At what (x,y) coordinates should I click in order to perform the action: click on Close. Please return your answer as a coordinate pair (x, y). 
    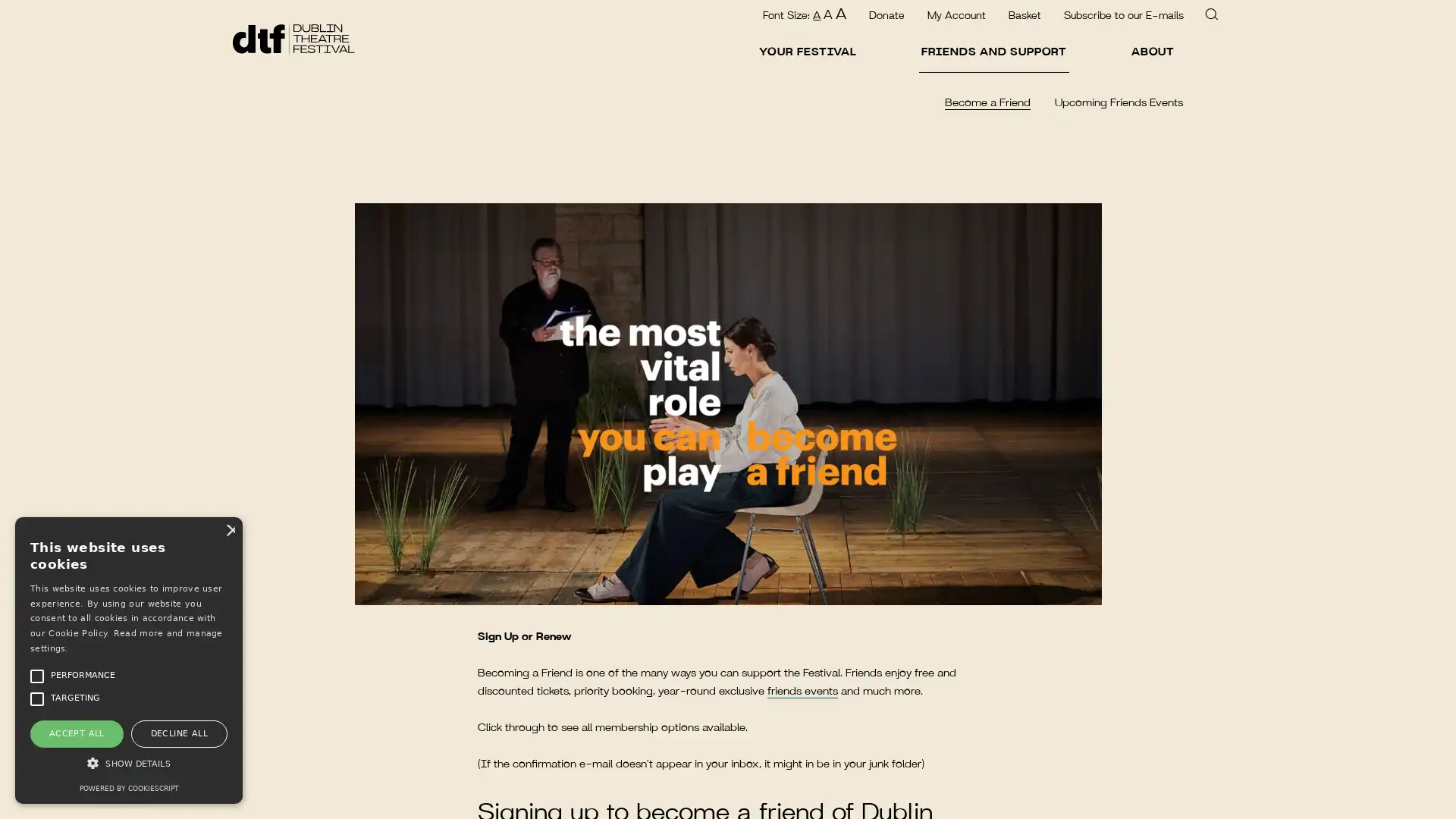
    Looking at the image, I should click on (228, 529).